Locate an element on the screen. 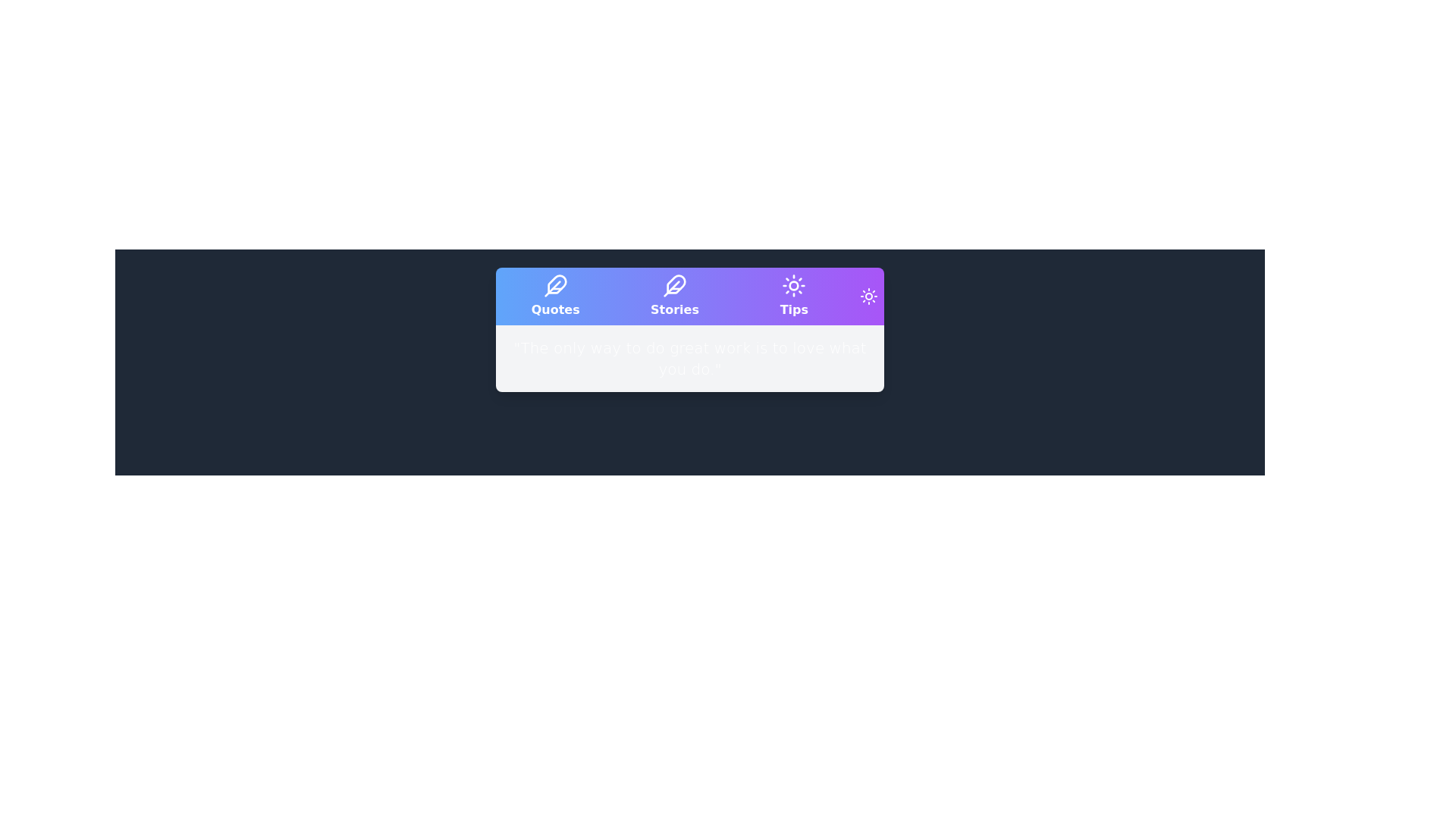 This screenshot has width=1456, height=819. the Tips tab to view its content is located at coordinates (793, 296).